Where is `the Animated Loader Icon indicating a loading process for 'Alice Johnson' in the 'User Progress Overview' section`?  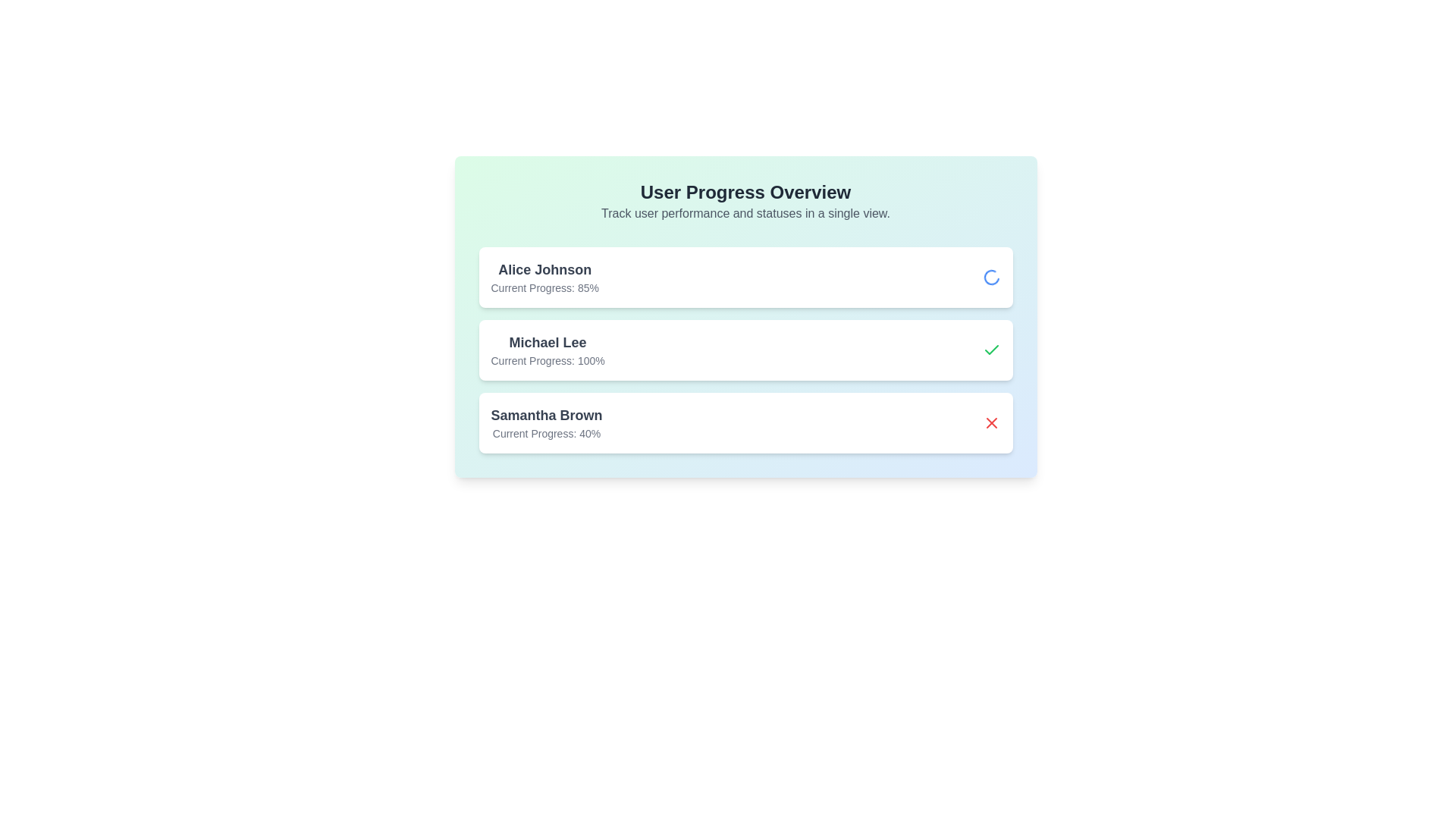 the Animated Loader Icon indicating a loading process for 'Alice Johnson' in the 'User Progress Overview' section is located at coordinates (991, 278).